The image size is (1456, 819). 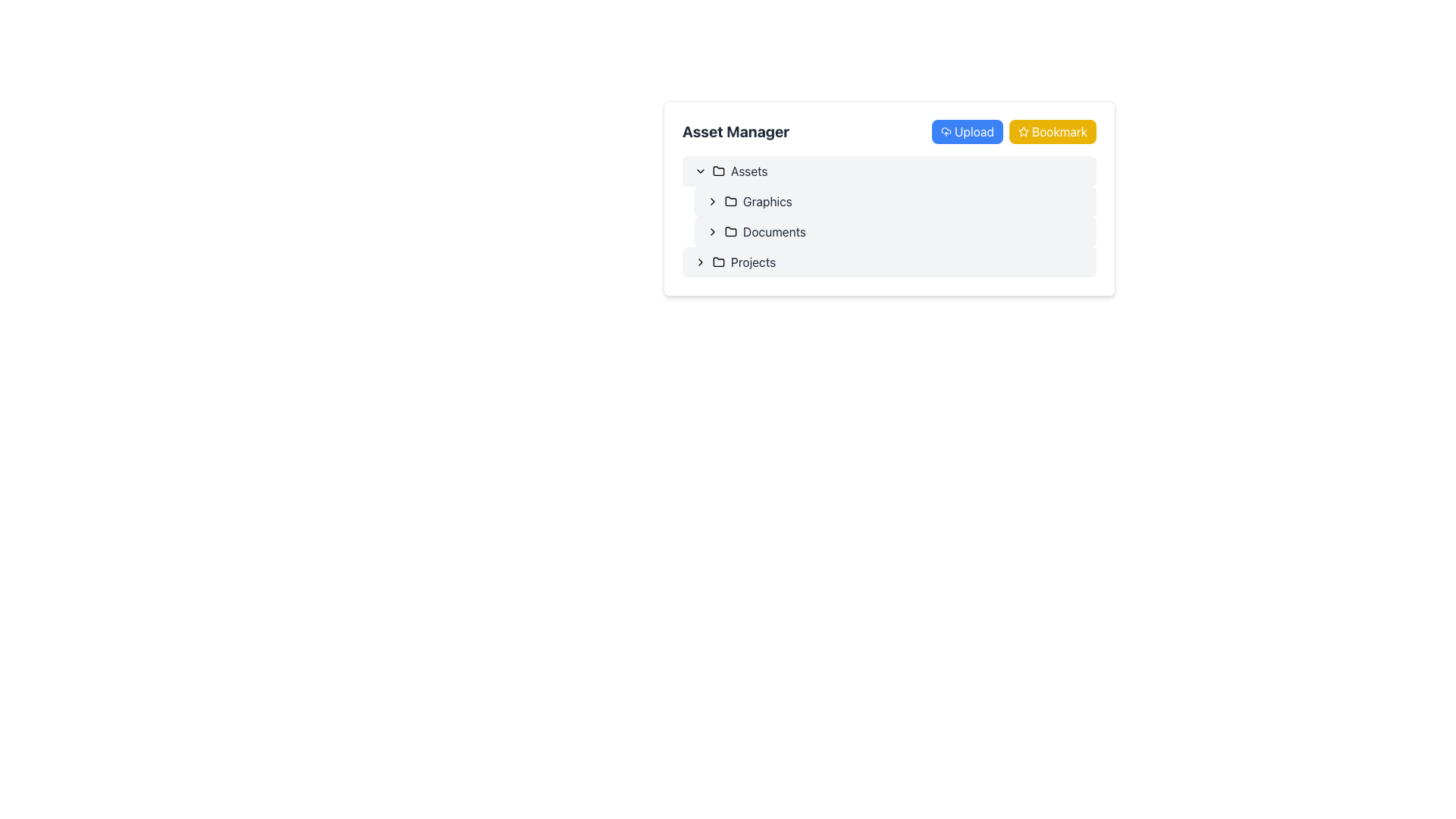 What do you see at coordinates (946, 130) in the screenshot?
I see `the upload icon, which resembles a cloud with an upward arrow, located within the 'Upload' button next to the label 'Upload' in the top-right corner of the 'Asset Manager' section` at bounding box center [946, 130].